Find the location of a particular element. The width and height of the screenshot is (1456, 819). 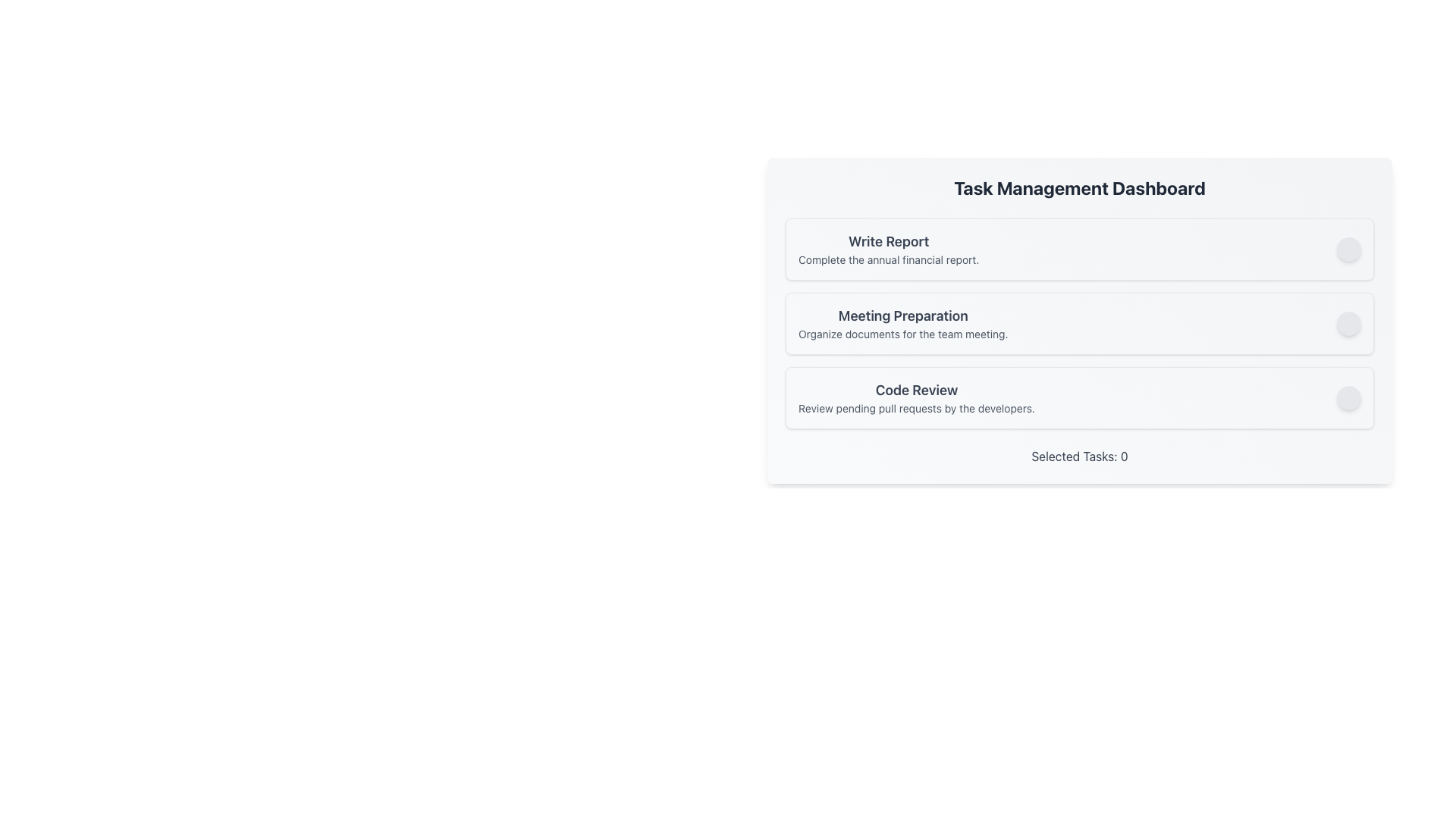

the 'Meeting Preparation' task card is located at coordinates (1079, 323).